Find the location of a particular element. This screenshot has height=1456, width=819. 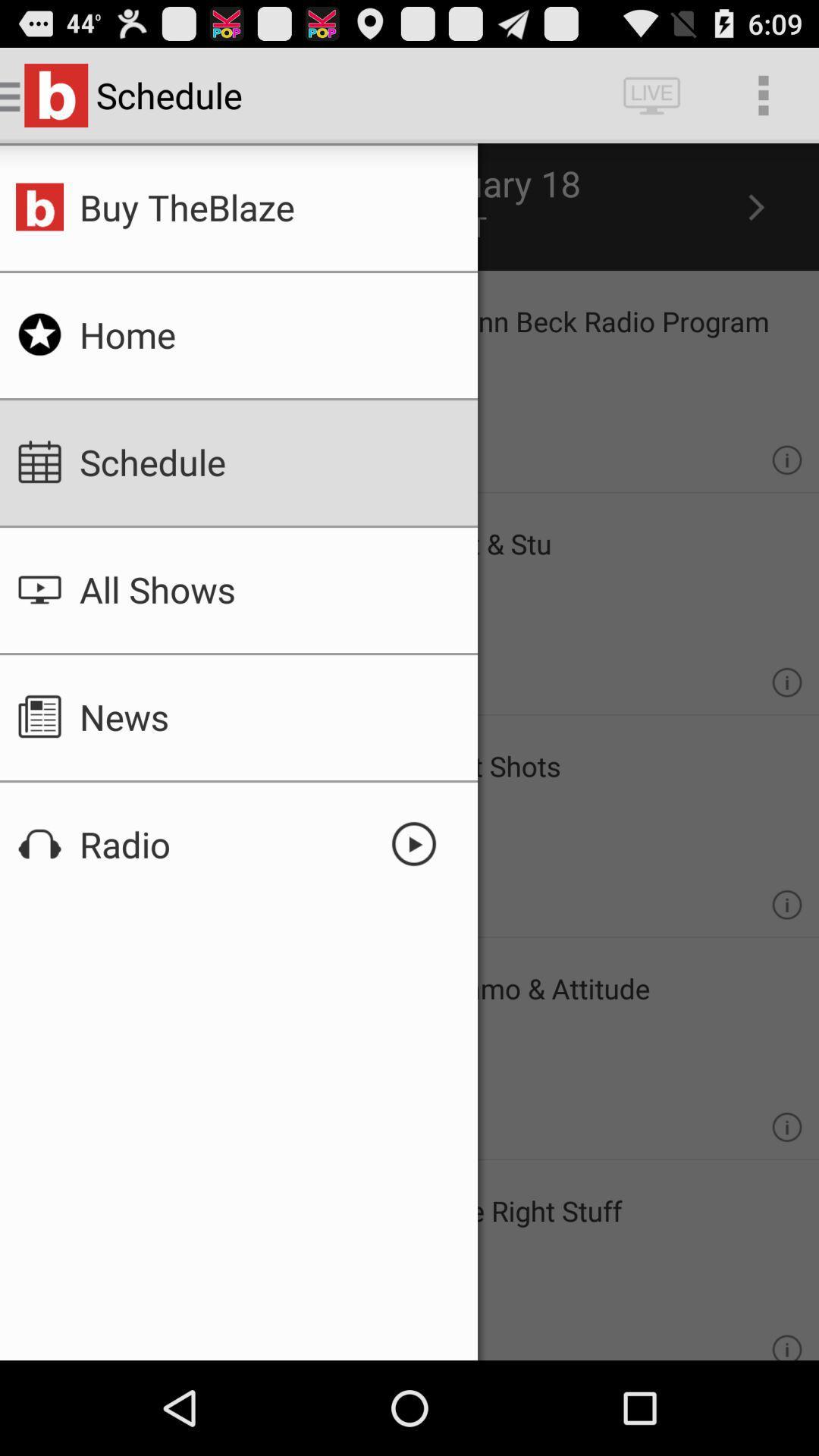

the arrow_forward icon is located at coordinates (755, 221).